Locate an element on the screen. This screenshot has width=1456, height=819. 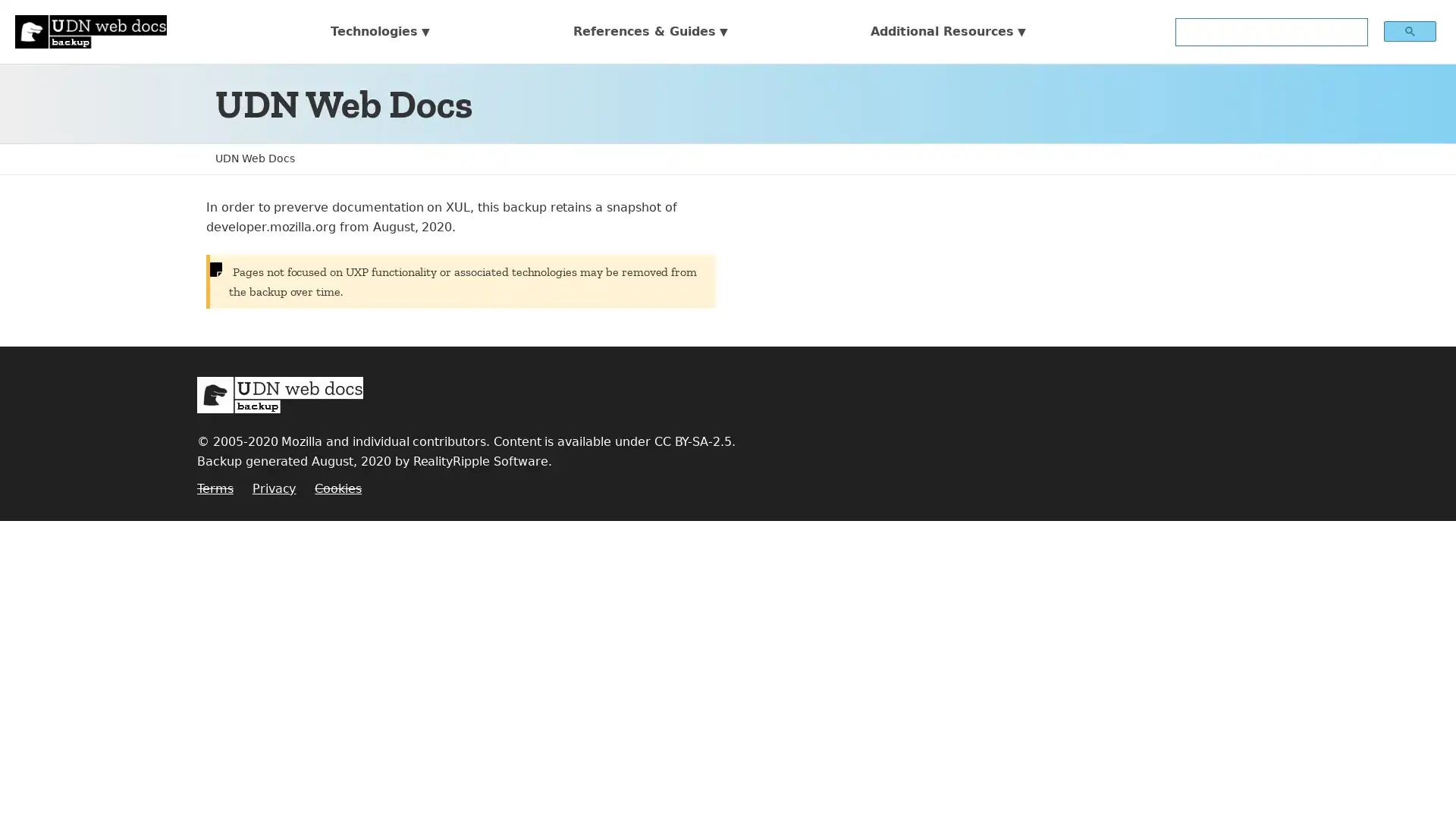
search is located at coordinates (1408, 30).